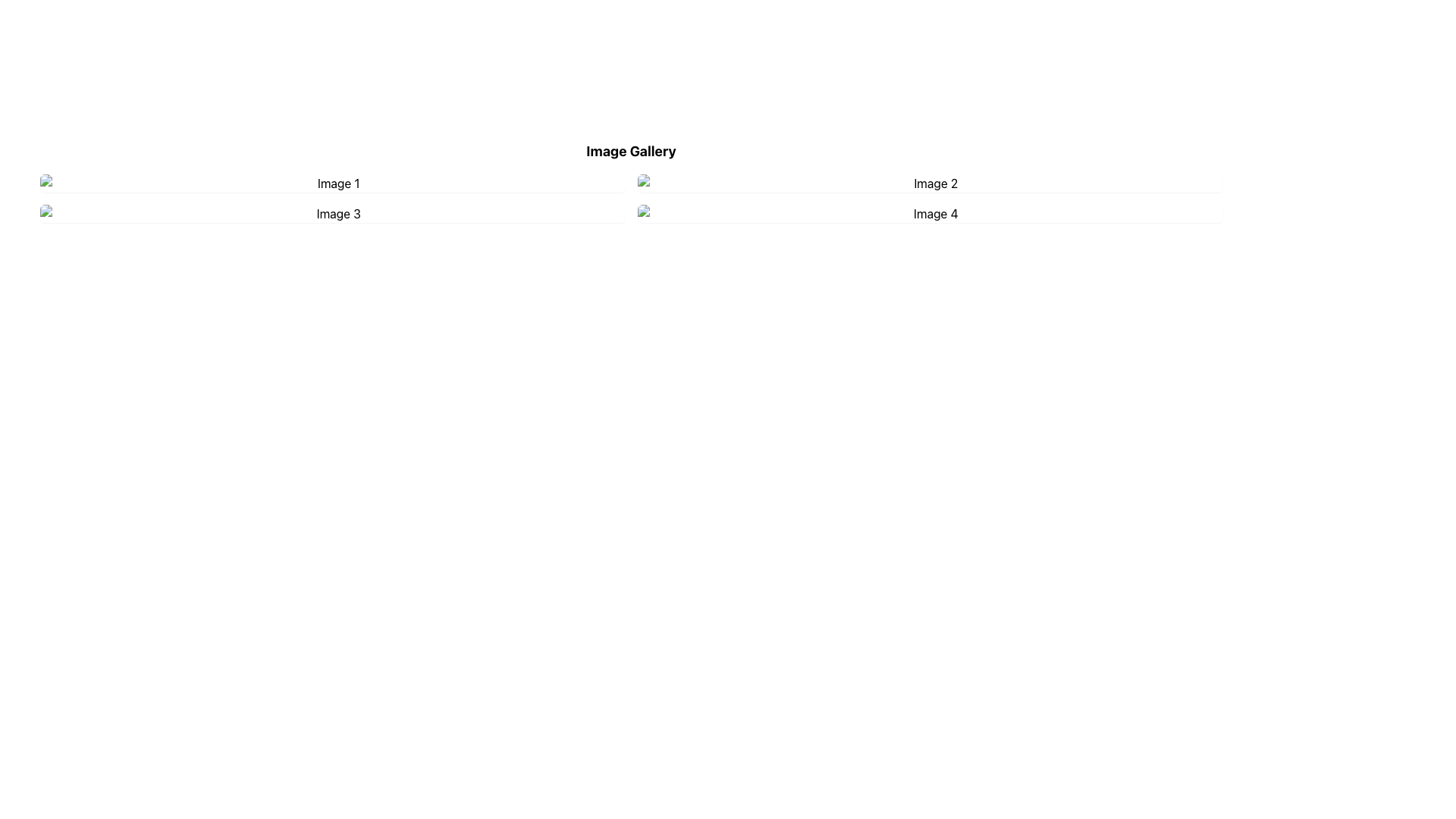 The height and width of the screenshot is (819, 1456). Describe the element at coordinates (331, 183) in the screenshot. I see `the navigation icon located on the right side of 'Image 1' in the gallery` at that location.